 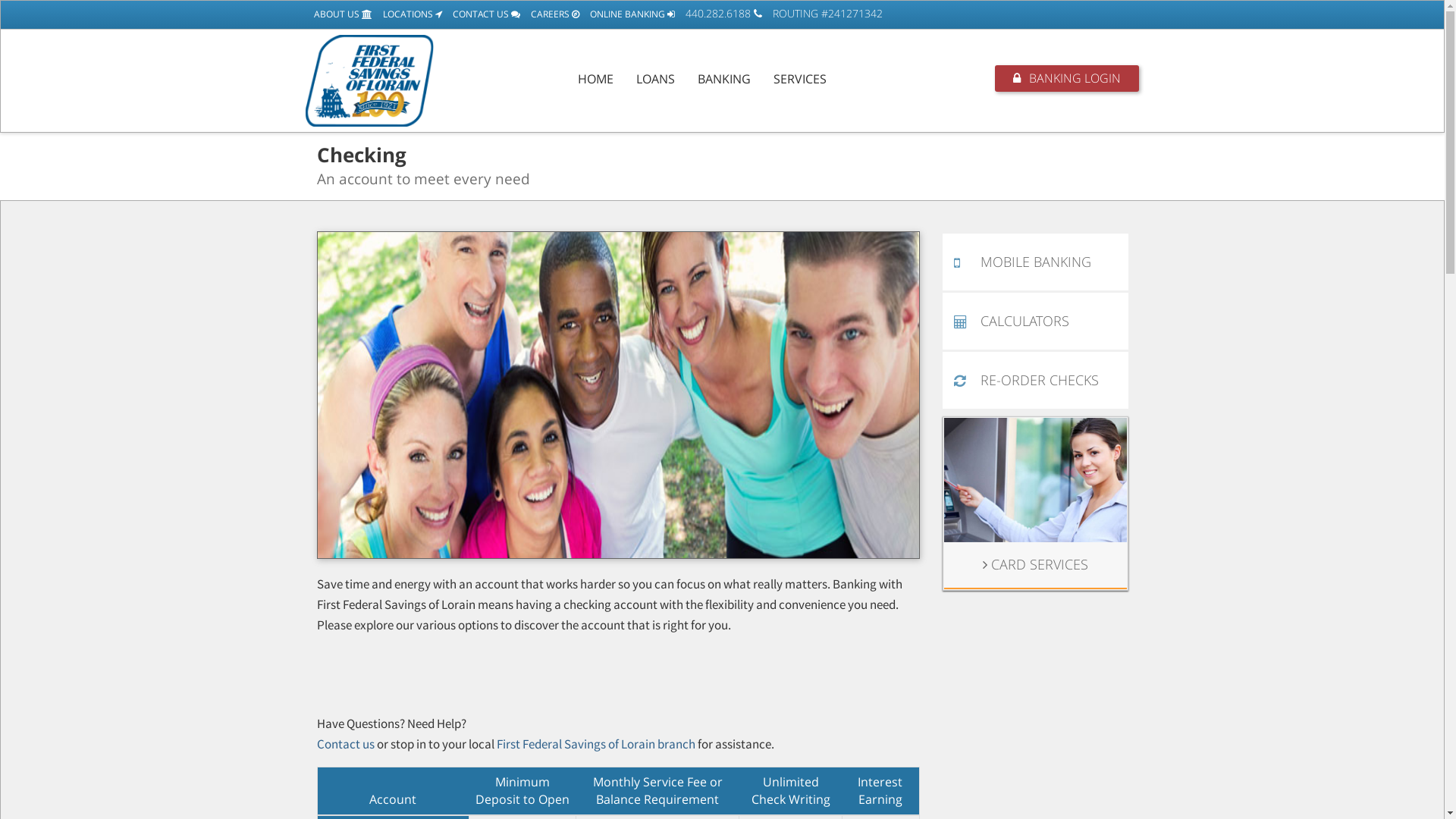 I want to click on 'ROUTING #241271342', so click(x=822, y=13).